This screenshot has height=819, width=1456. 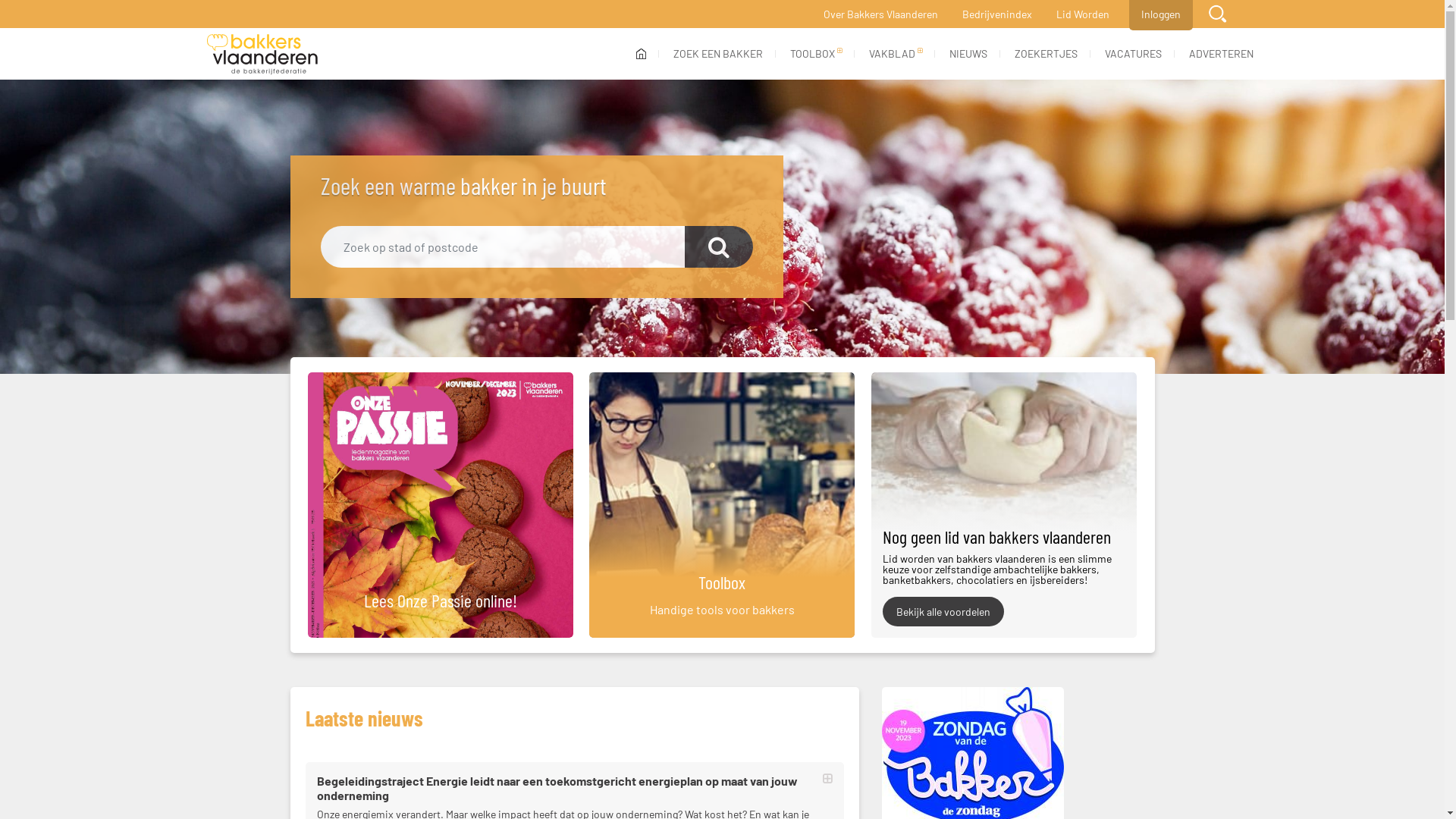 What do you see at coordinates (434, 505) in the screenshot?
I see `'Lees Onze Passie online!'` at bounding box center [434, 505].